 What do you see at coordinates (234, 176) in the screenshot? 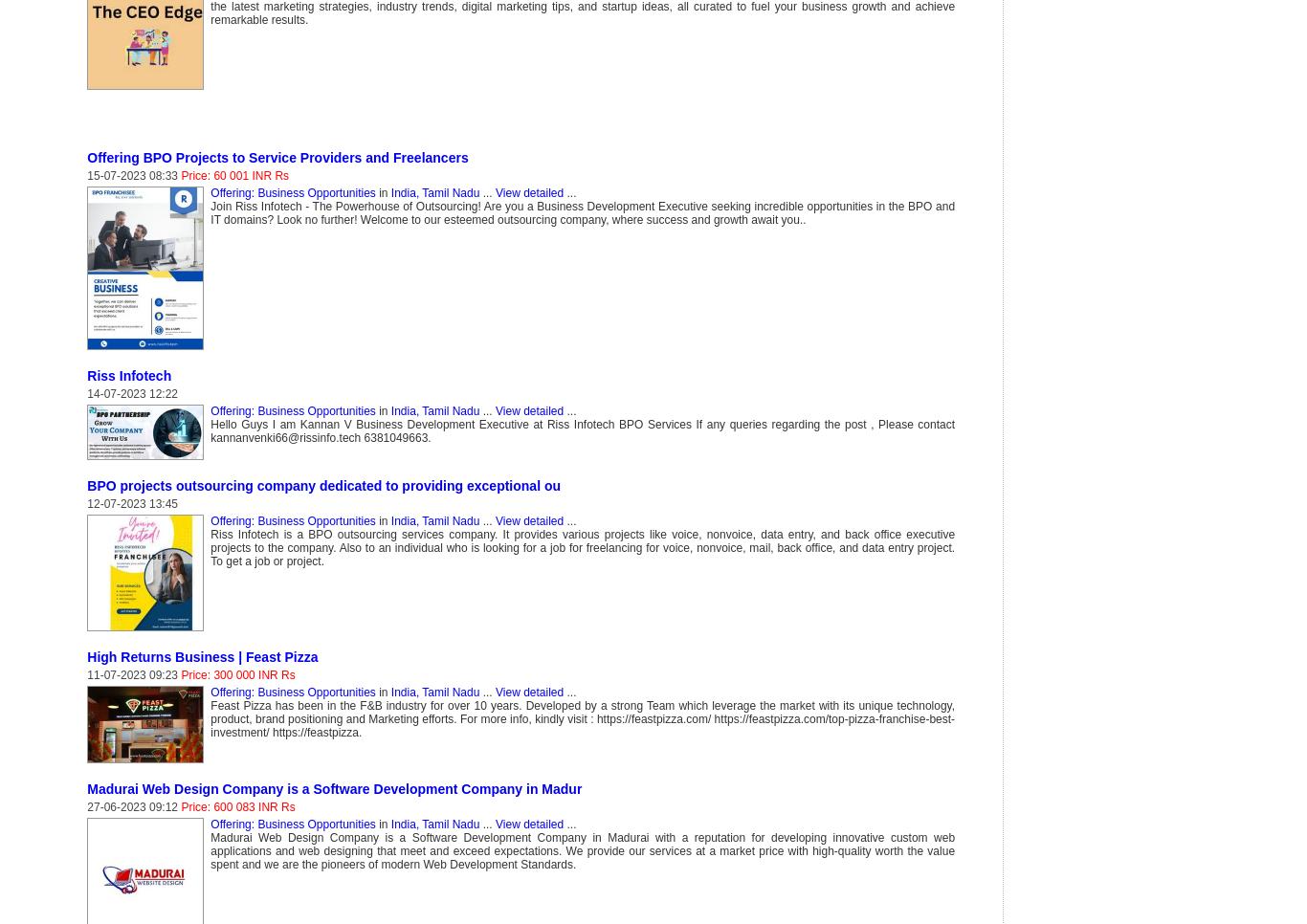
I see `'Price: 60 001 INR Rs'` at bounding box center [234, 176].